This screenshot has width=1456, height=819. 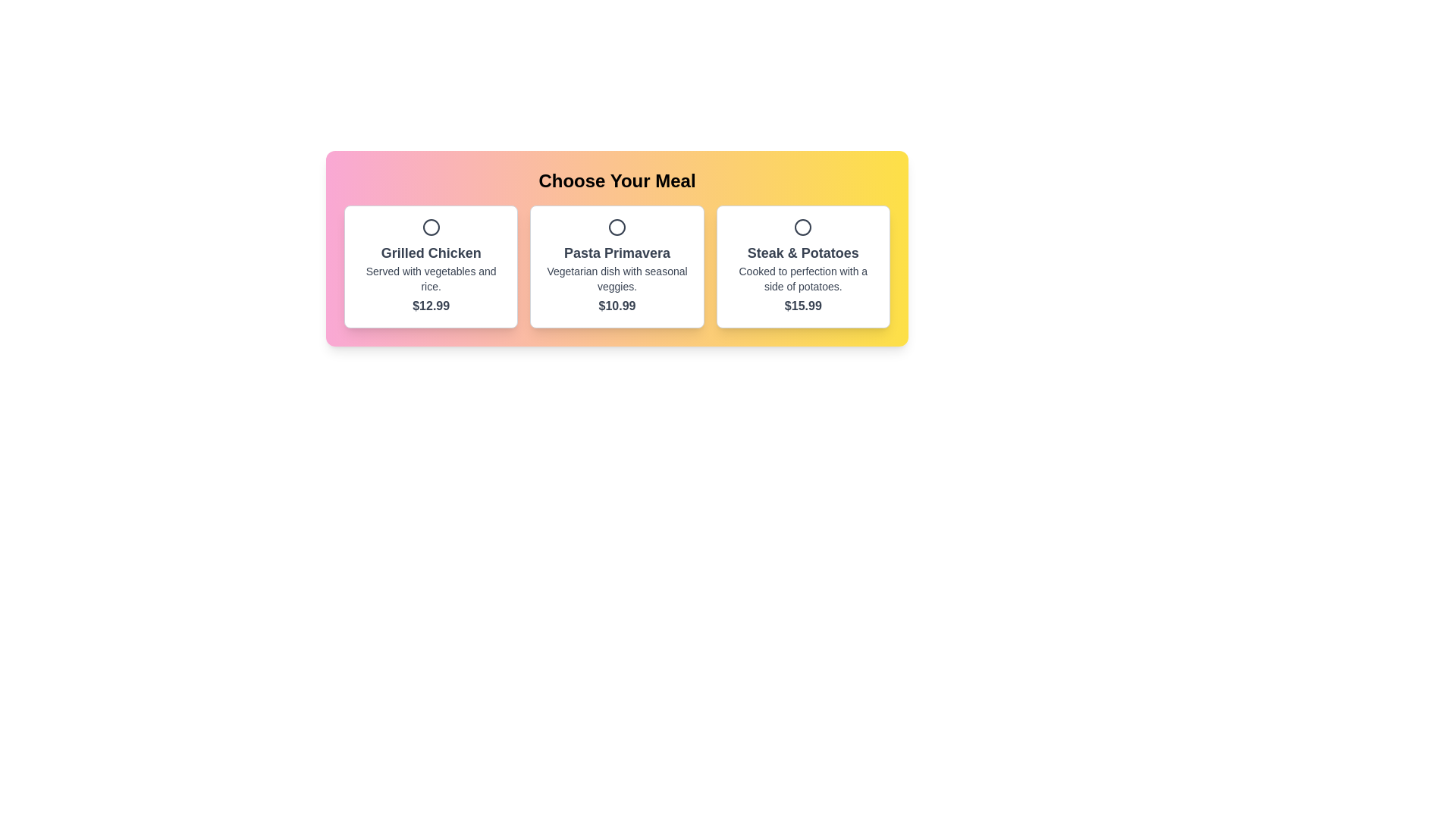 I want to click on the 'Grilled Chicken' meal option in the horizontally aligned list of meal options, located on the leftmost side, so click(x=430, y=278).